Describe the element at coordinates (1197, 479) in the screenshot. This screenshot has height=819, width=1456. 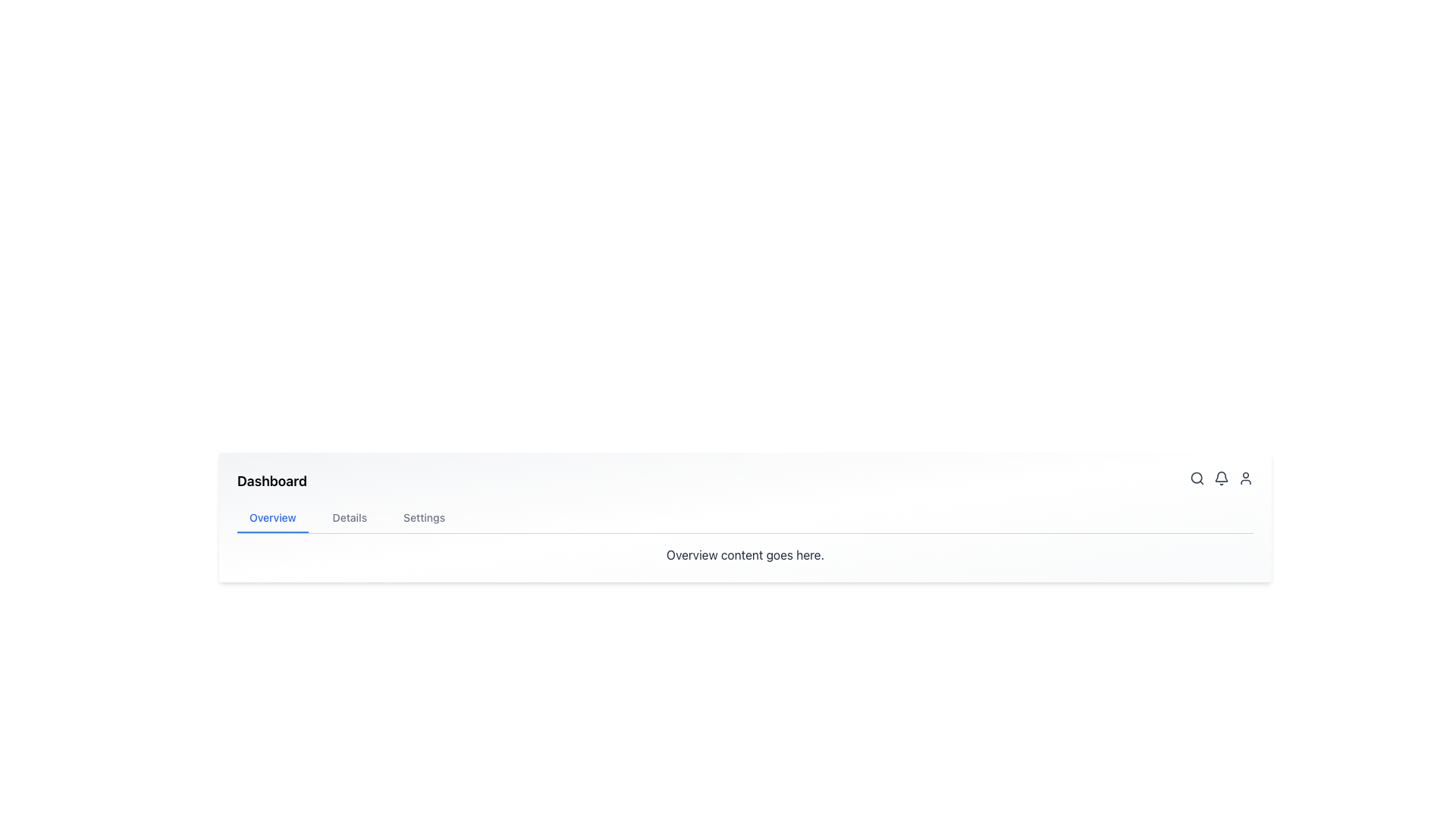
I see `the clickable search icon located in the header section of the interface` at that location.